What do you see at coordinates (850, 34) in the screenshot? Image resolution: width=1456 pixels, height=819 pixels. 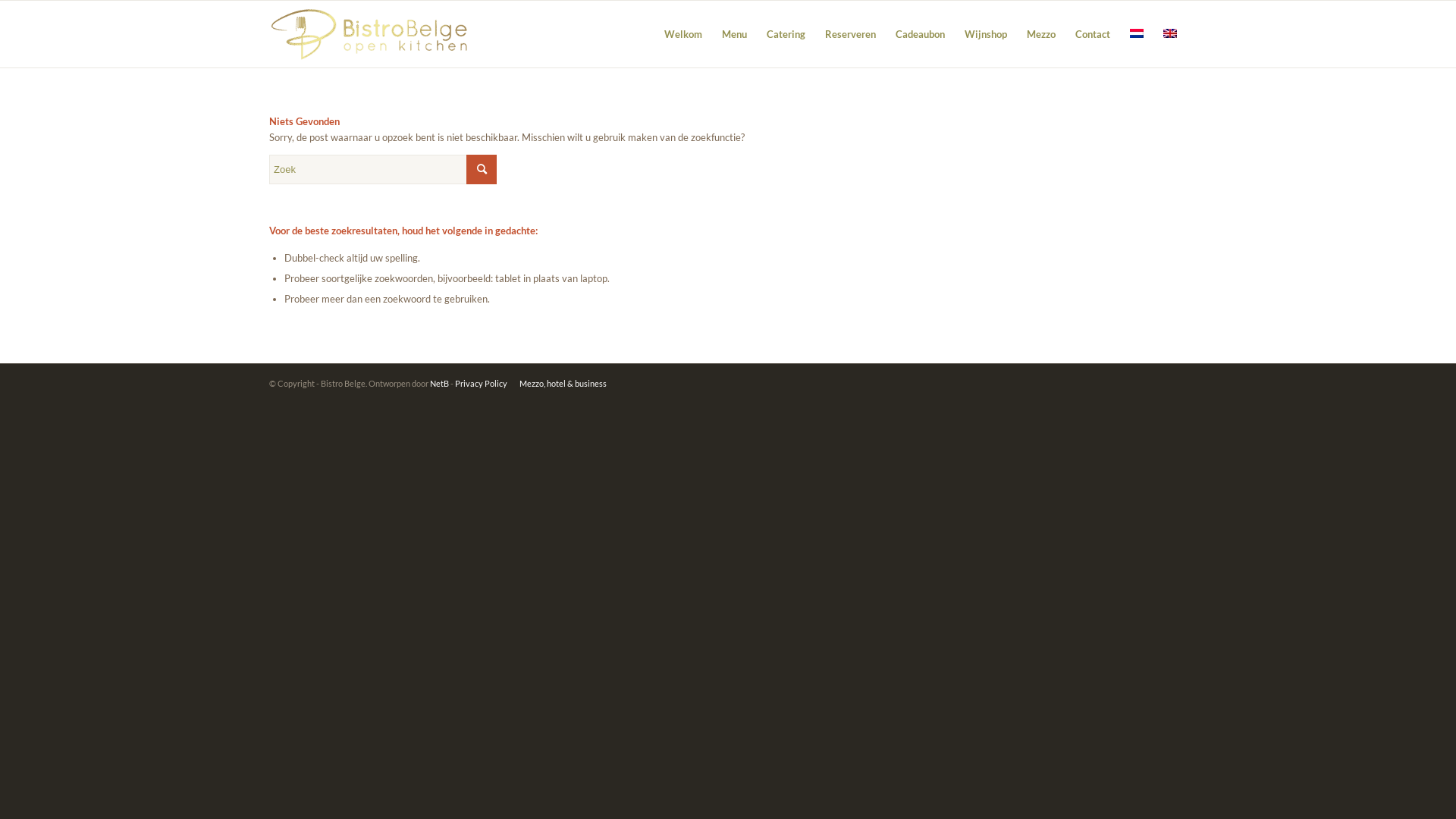 I see `'Reserveren'` at bounding box center [850, 34].